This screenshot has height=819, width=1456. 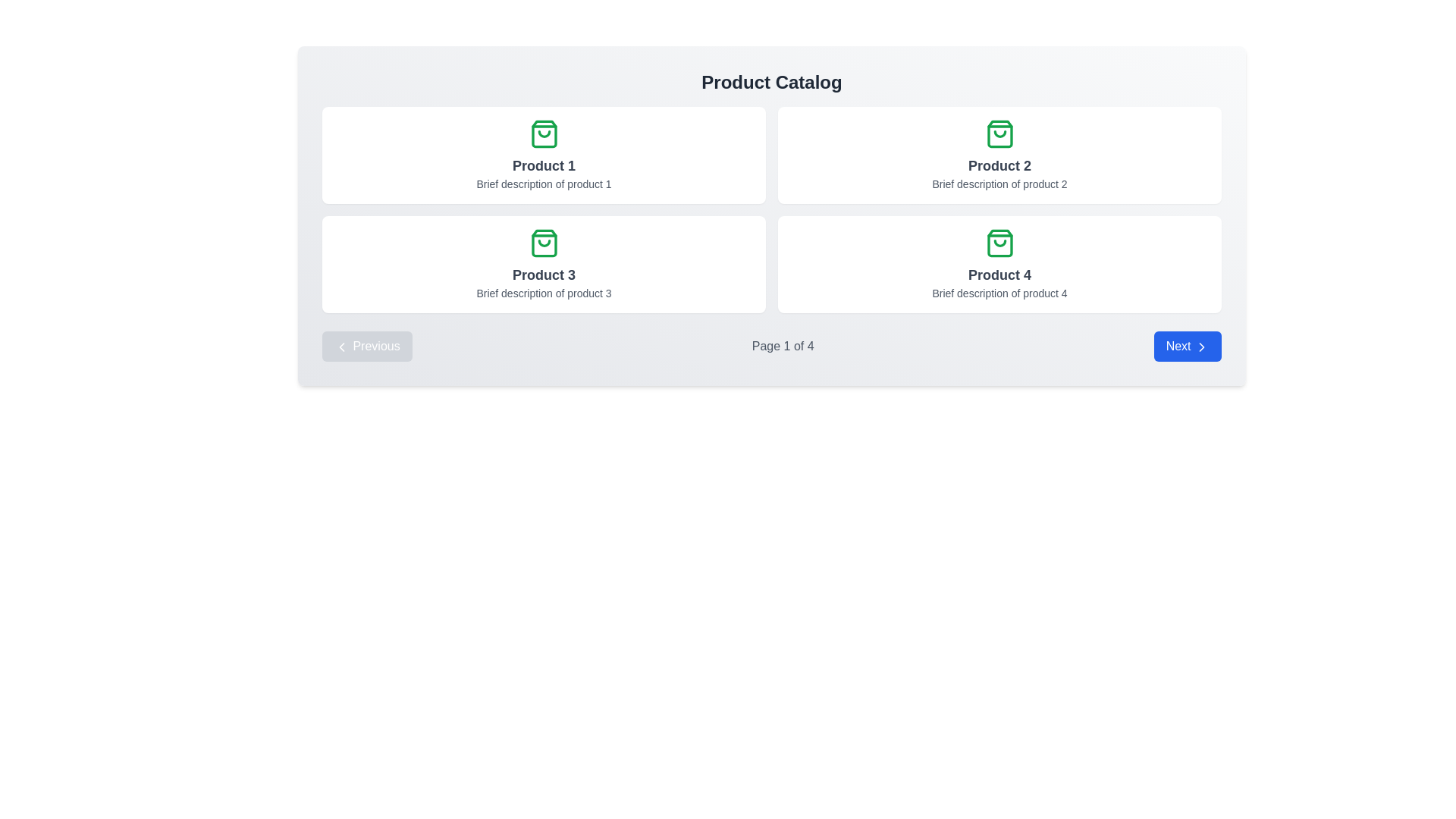 I want to click on the shopping bag icon located in the top section of the card labeled 'Product 3' in the third quadrant of the grid layout, so click(x=544, y=242).